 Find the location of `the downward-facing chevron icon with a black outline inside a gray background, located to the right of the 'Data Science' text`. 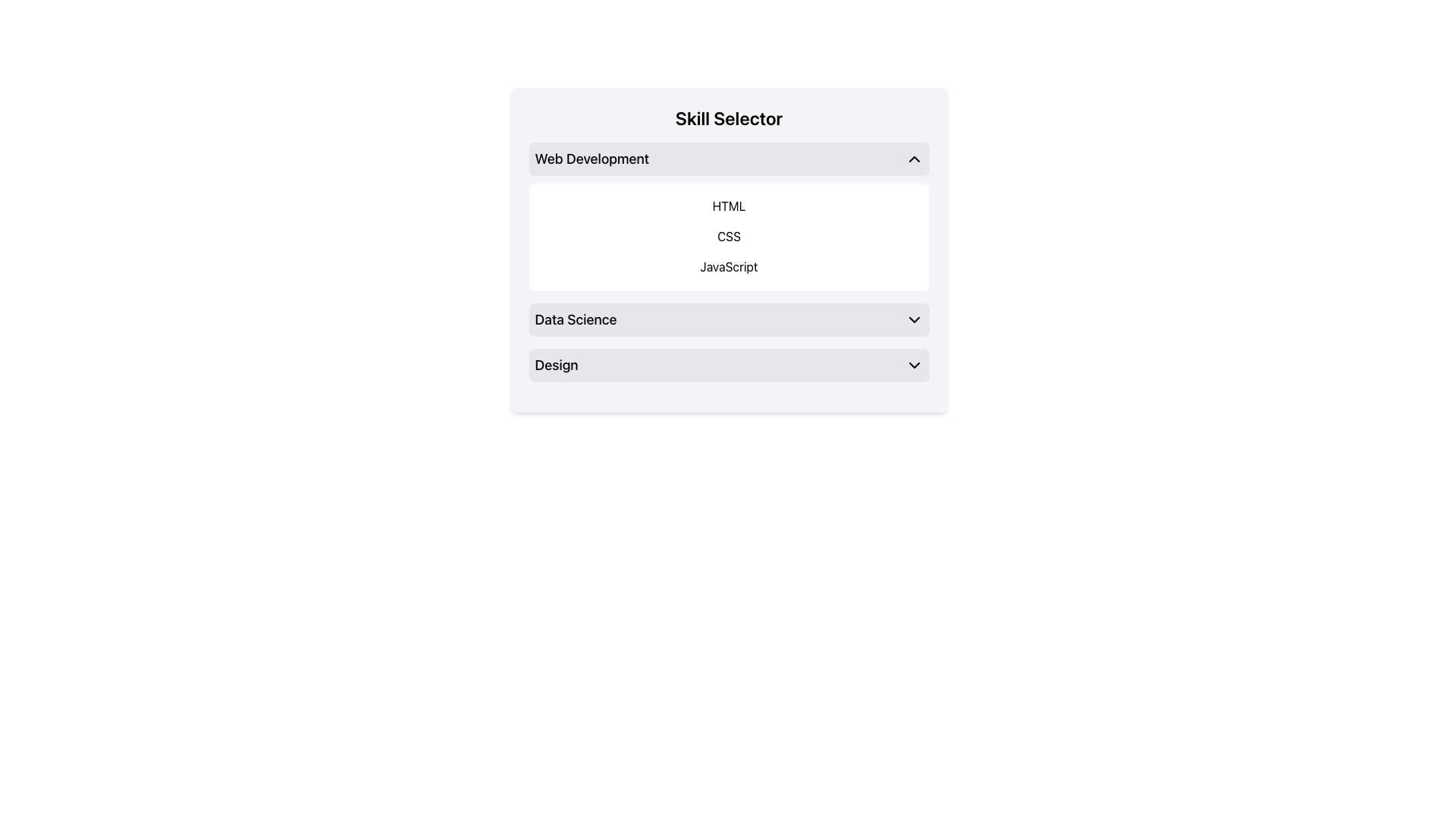

the downward-facing chevron icon with a black outline inside a gray background, located to the right of the 'Data Science' text is located at coordinates (913, 318).